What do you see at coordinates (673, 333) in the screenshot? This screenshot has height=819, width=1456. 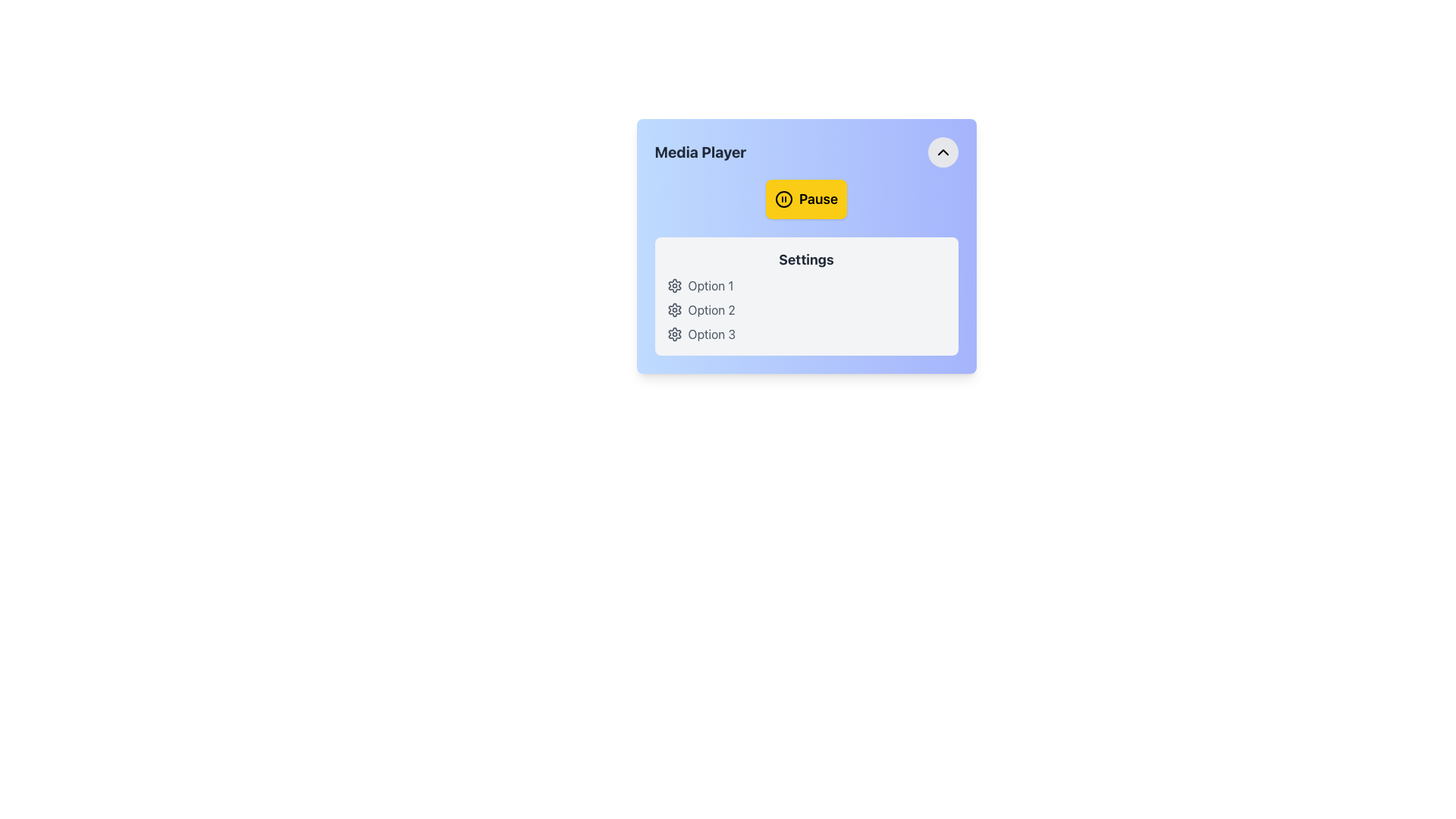 I see `the gear-like icon, which signifies the 'settings' feature, located to the left of 'Option 3' in the 'Settings' panel` at bounding box center [673, 333].